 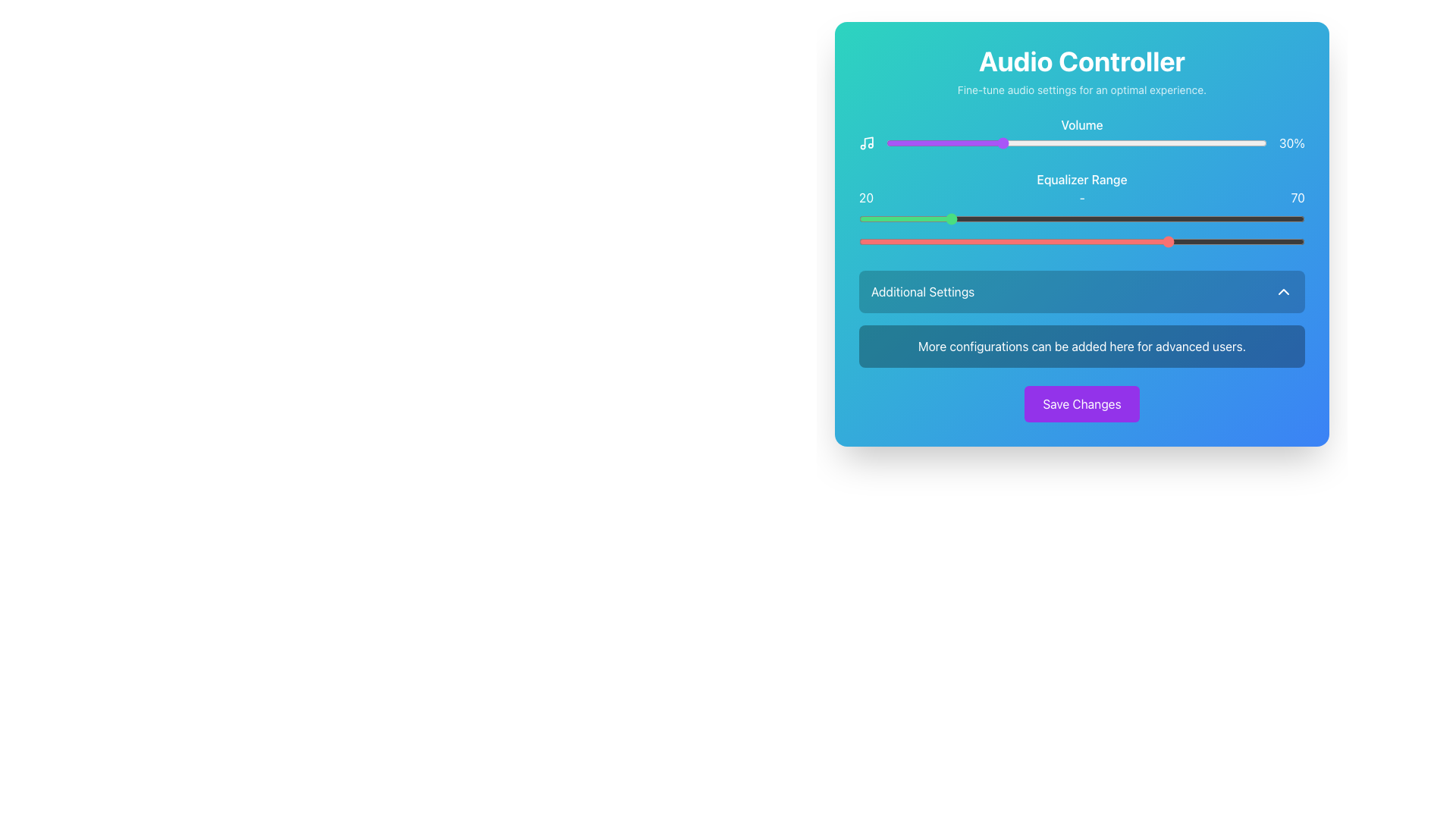 What do you see at coordinates (1081, 241) in the screenshot?
I see `the knob of the second slider in the 'Equalizer Range' section` at bounding box center [1081, 241].